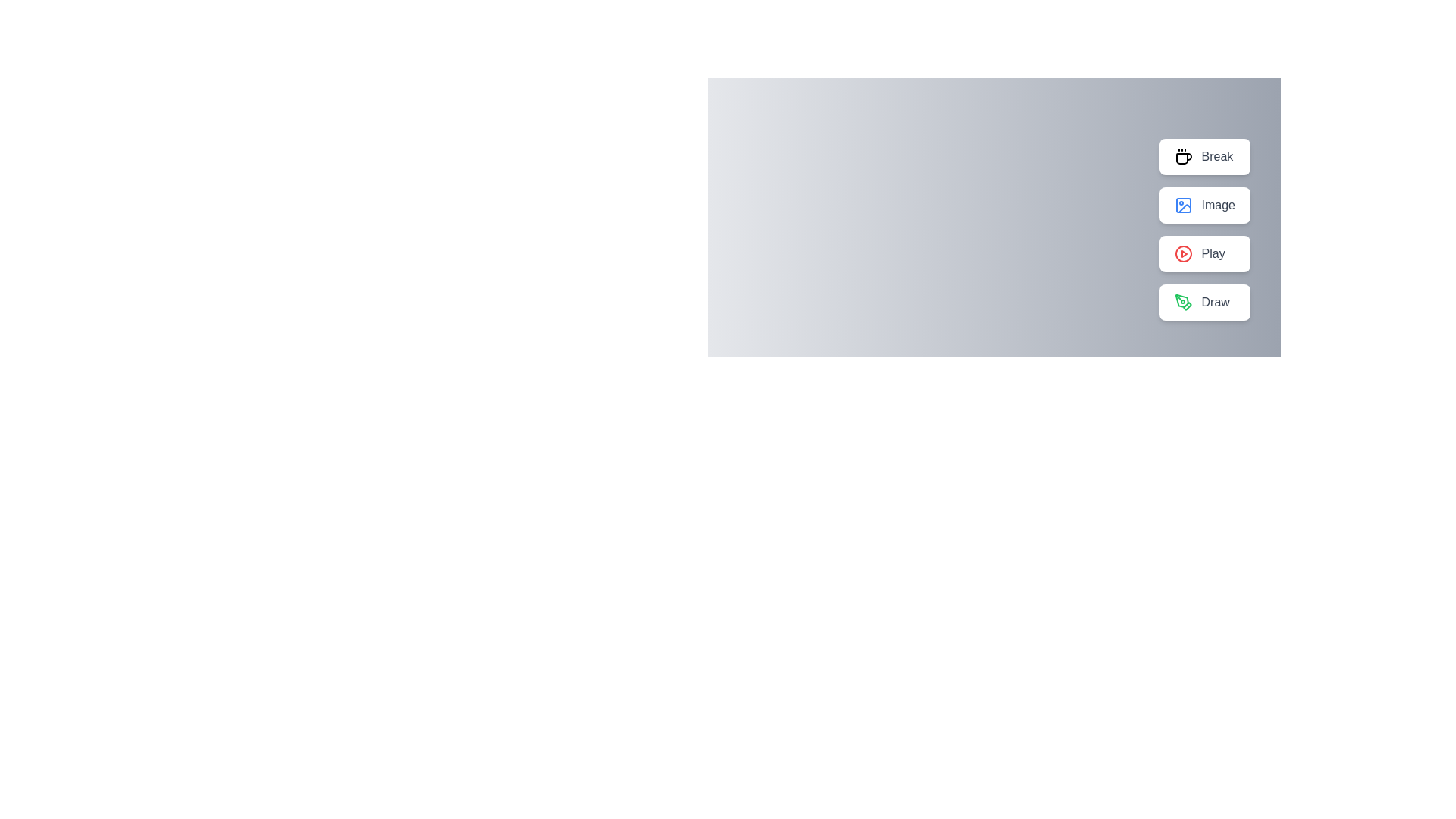  I want to click on the button labeled Play to inspect its icon and label, so click(1203, 253).